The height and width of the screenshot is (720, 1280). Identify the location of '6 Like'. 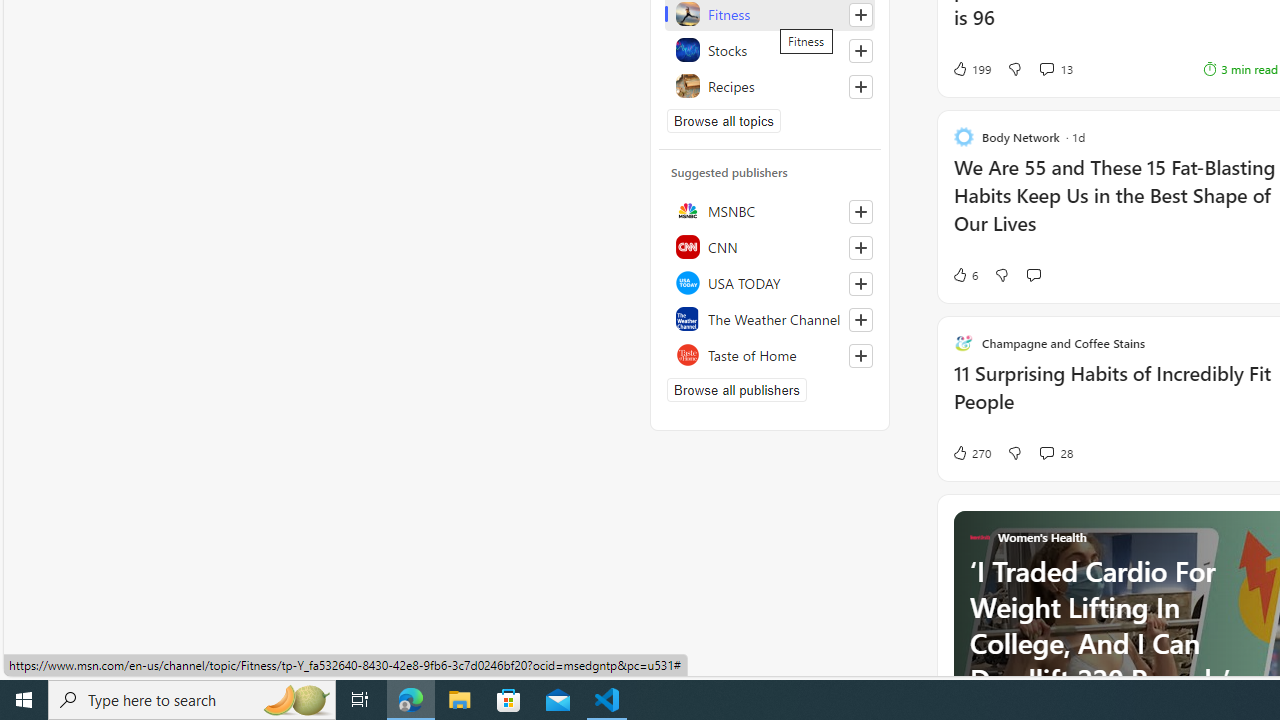
(964, 275).